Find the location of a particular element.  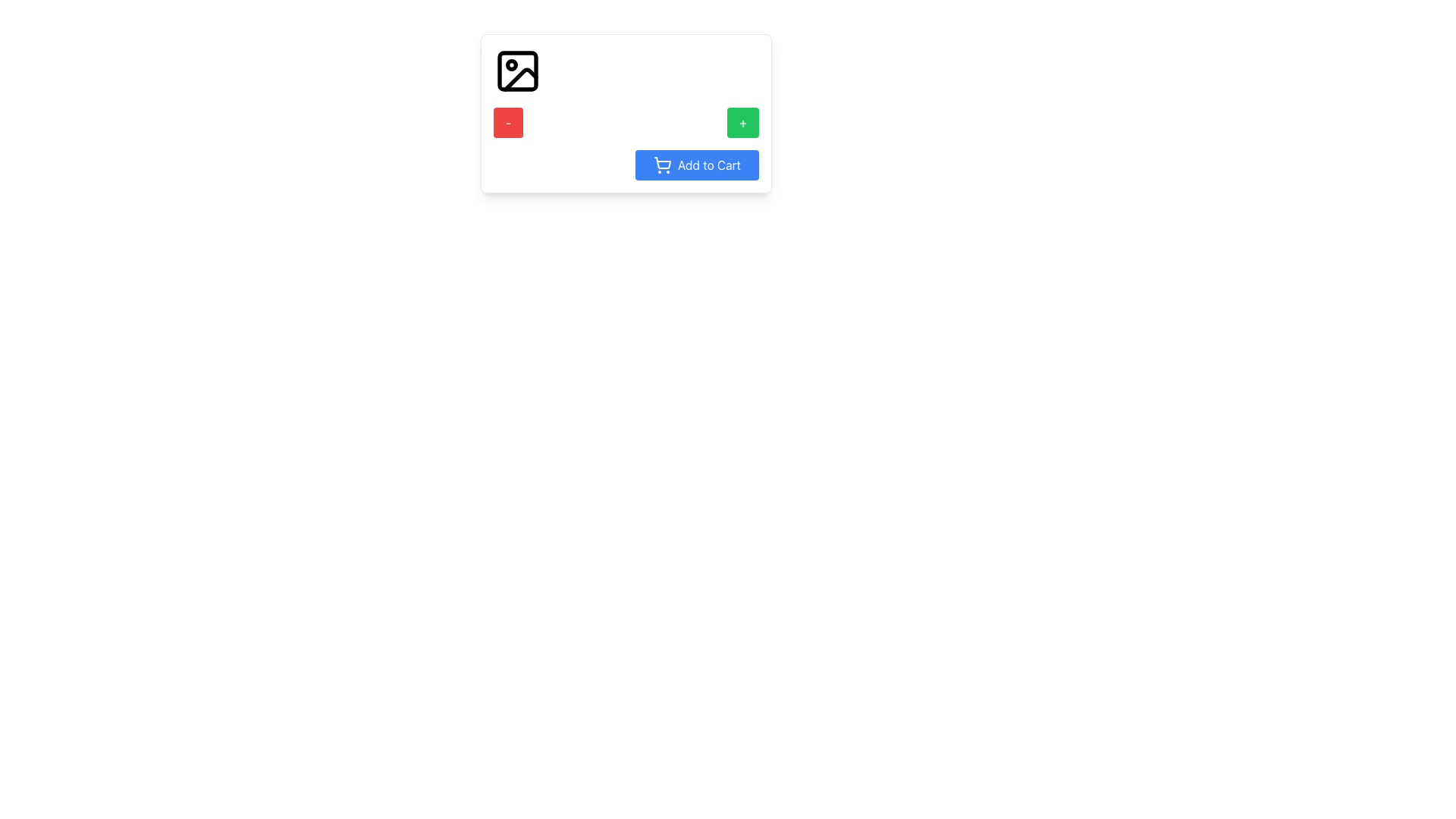

the small circular icon embellishment located in the top-left corner of the image frame icon is located at coordinates (512, 64).